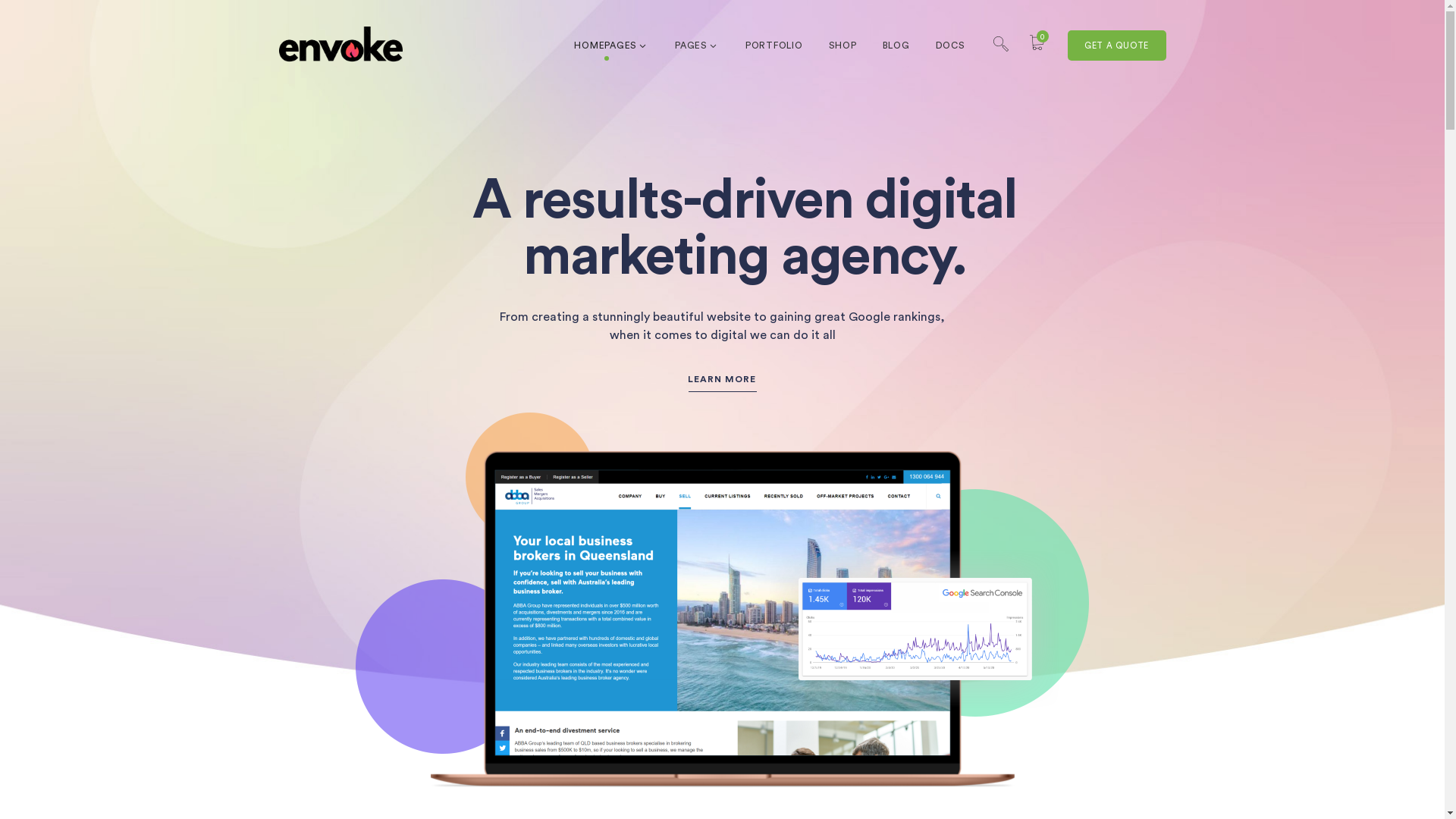  I want to click on 'PAGES', so click(696, 45).